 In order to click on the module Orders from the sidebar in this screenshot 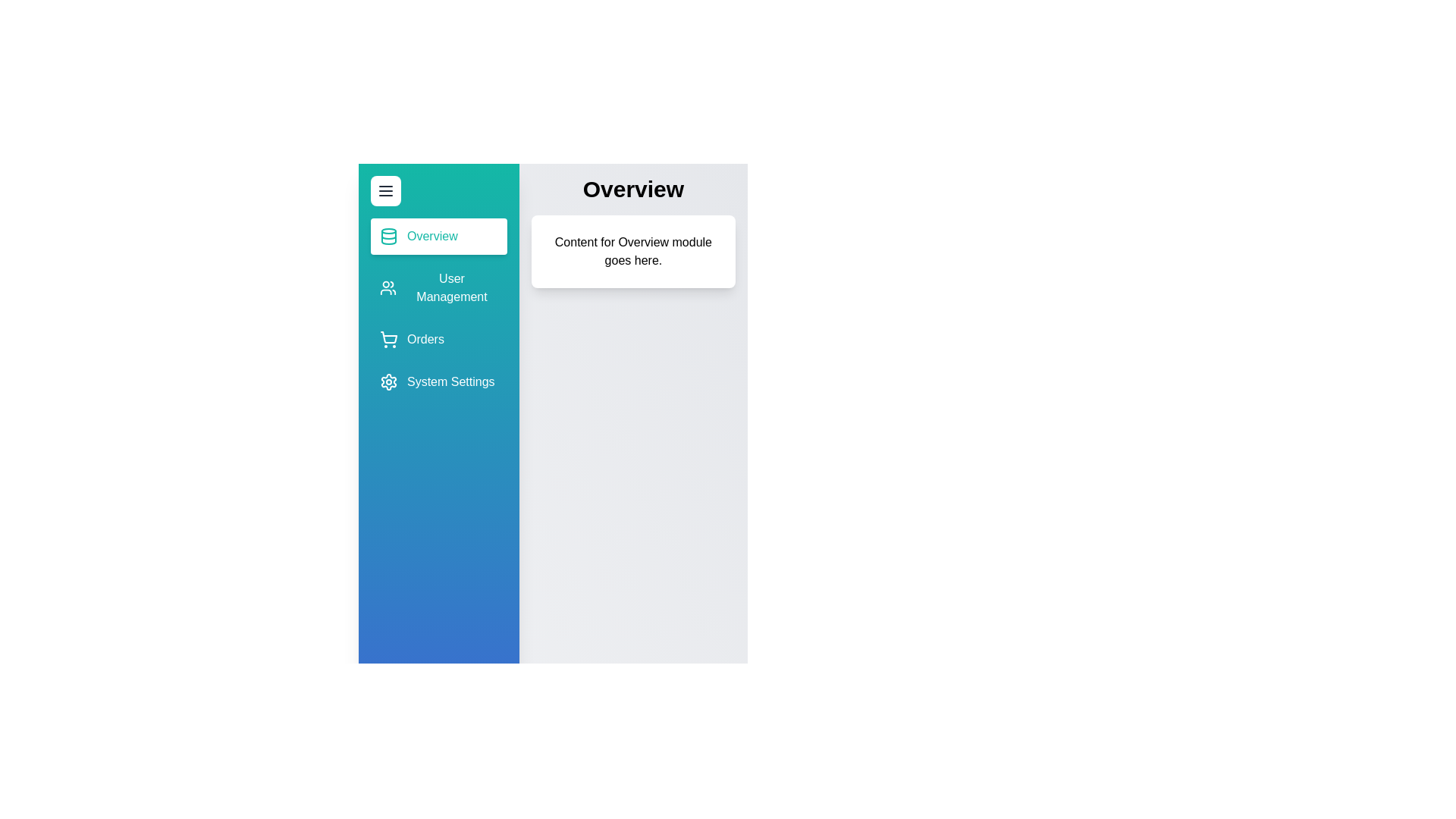, I will do `click(438, 338)`.